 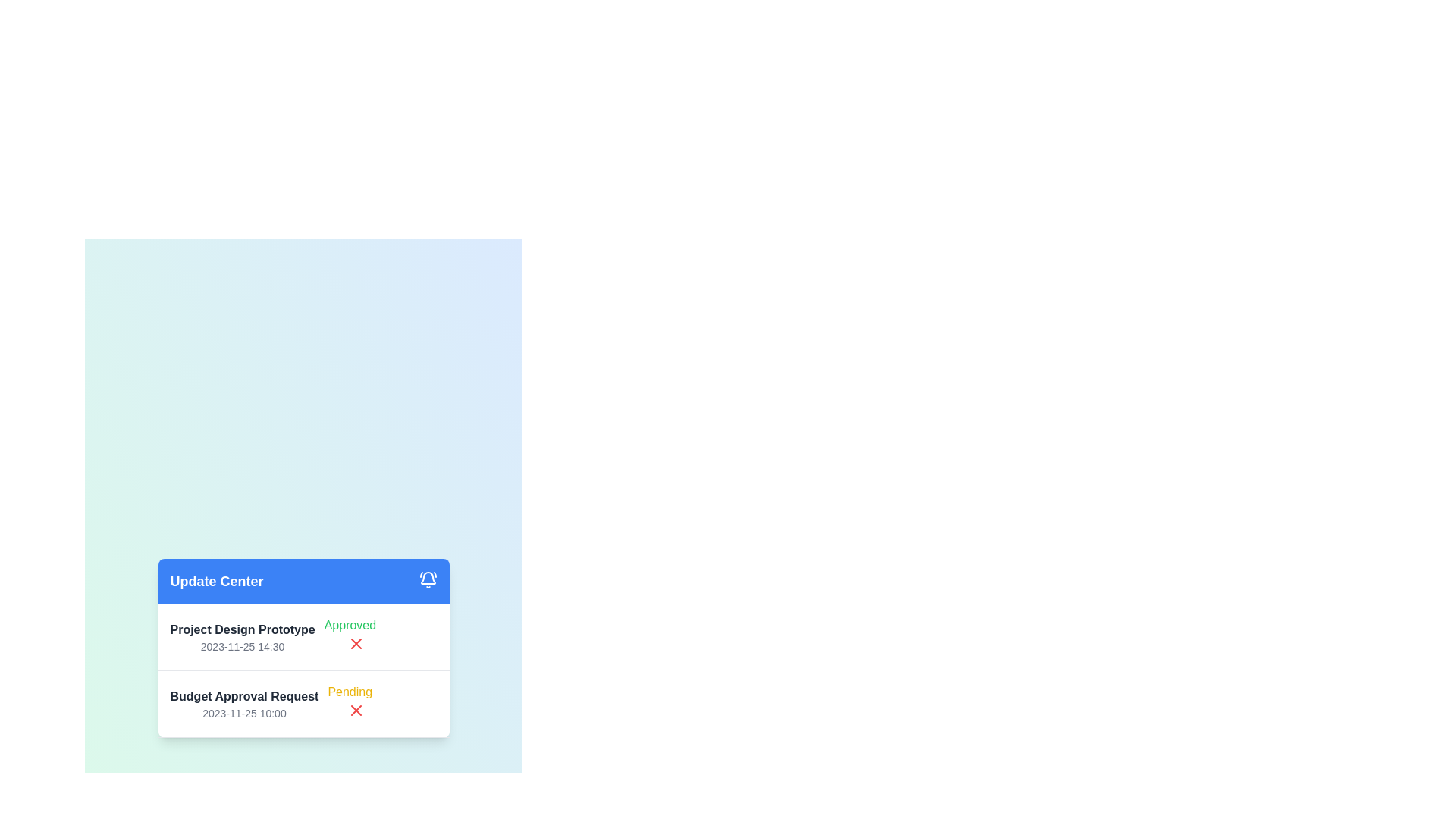 What do you see at coordinates (355, 711) in the screenshot?
I see `the red 'X' icon button next to the 'Pending' label in the 'Budget Approval Request' item row` at bounding box center [355, 711].